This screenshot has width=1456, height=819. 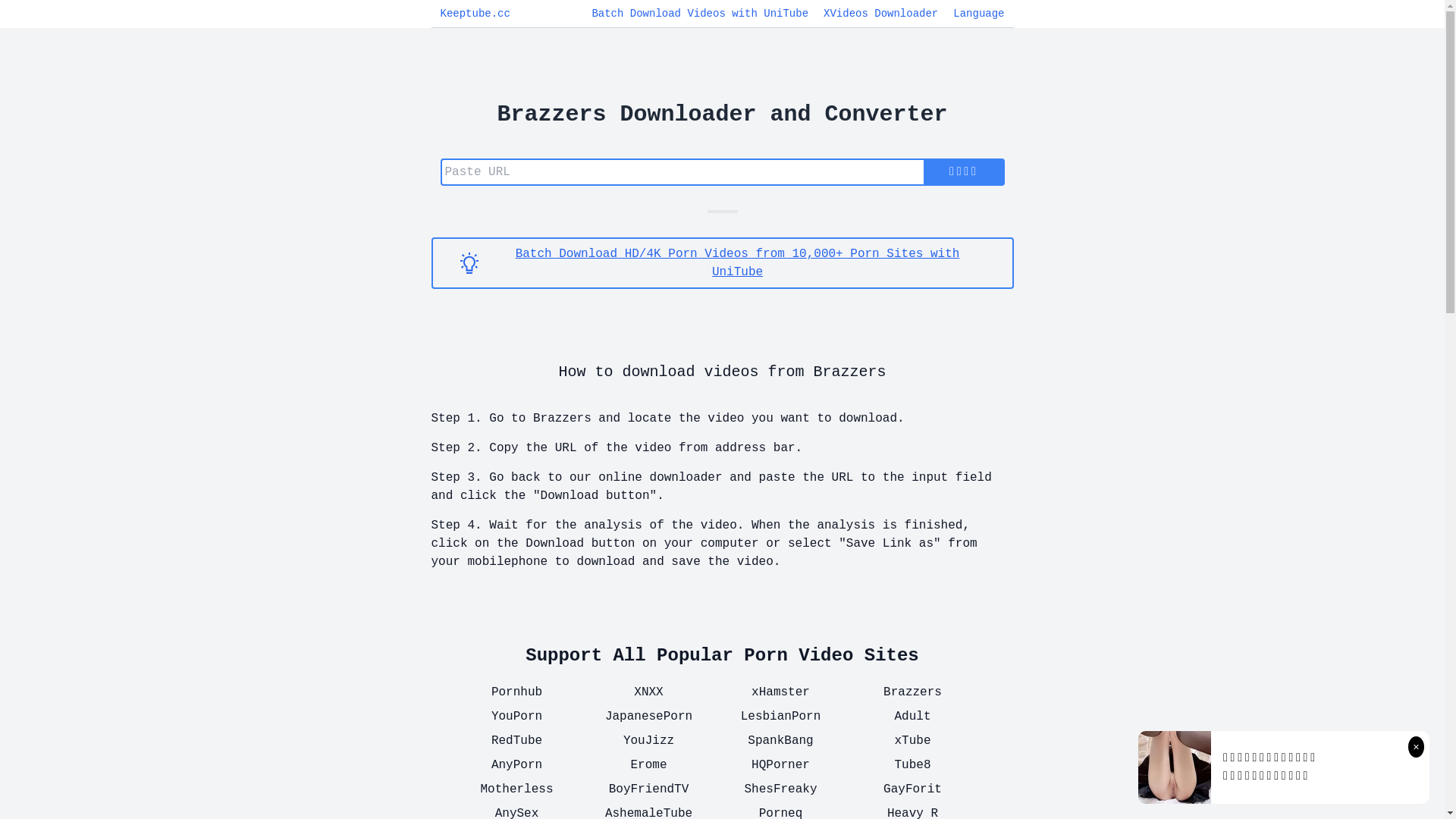 I want to click on 'HQPorner', so click(x=780, y=765).